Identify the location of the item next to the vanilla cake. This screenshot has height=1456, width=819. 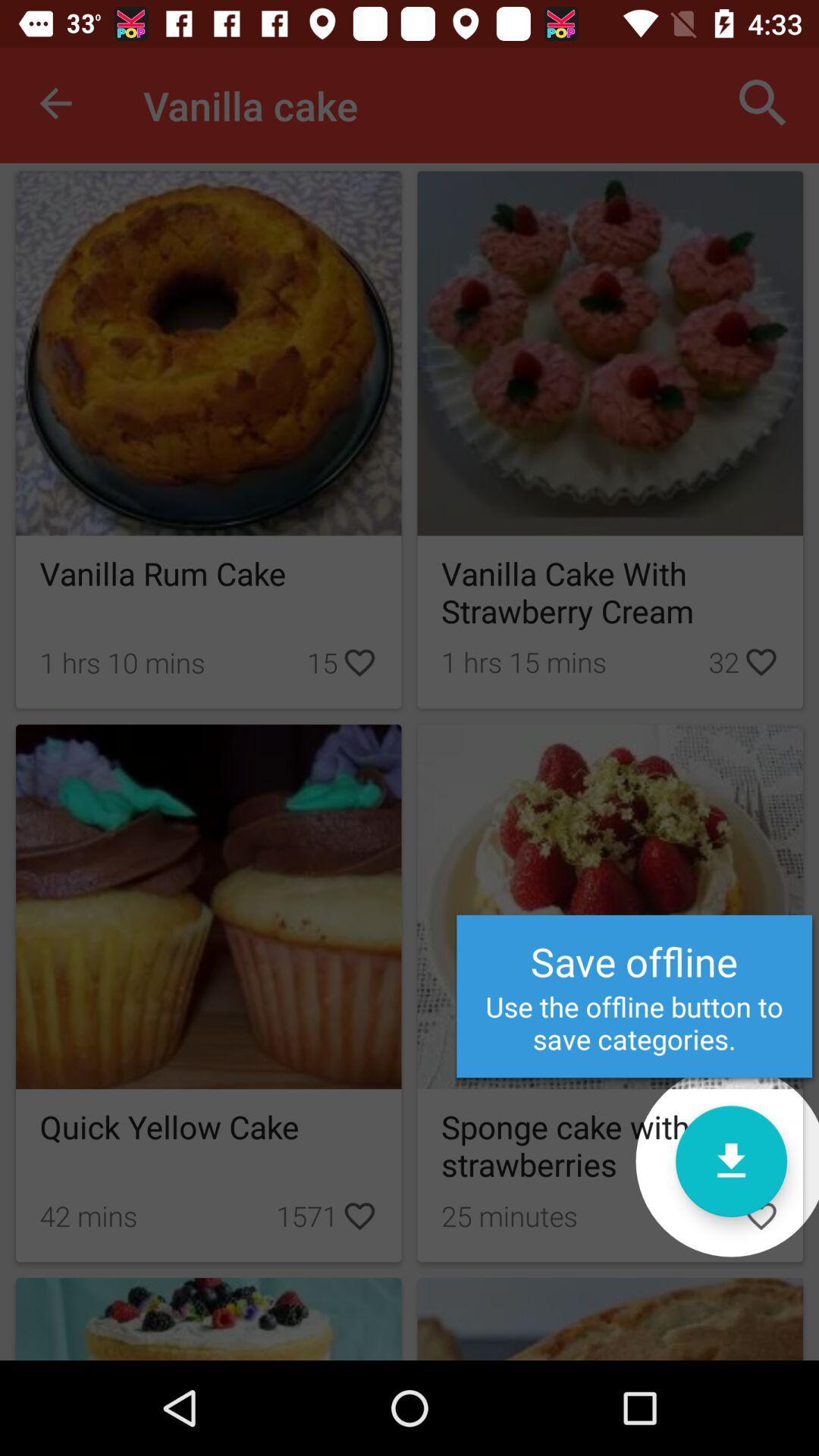
(55, 102).